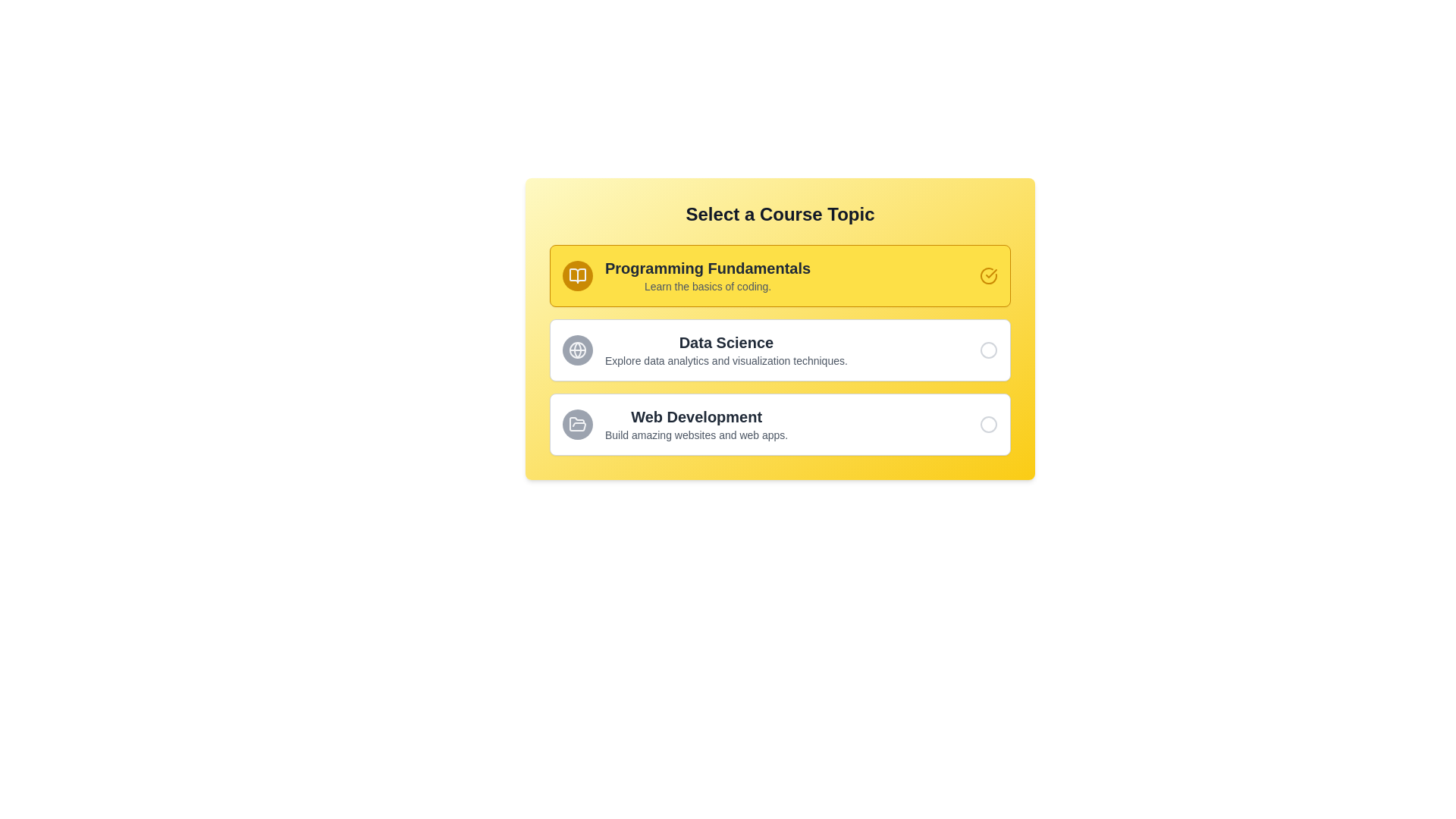 Image resolution: width=1456 pixels, height=819 pixels. Describe the element at coordinates (725, 350) in the screenshot. I see `details of the selectable option for the course topic titled 'Data Science' located in the central text block of the interface, bordered by an icon on the left and a radio button on the right` at that location.